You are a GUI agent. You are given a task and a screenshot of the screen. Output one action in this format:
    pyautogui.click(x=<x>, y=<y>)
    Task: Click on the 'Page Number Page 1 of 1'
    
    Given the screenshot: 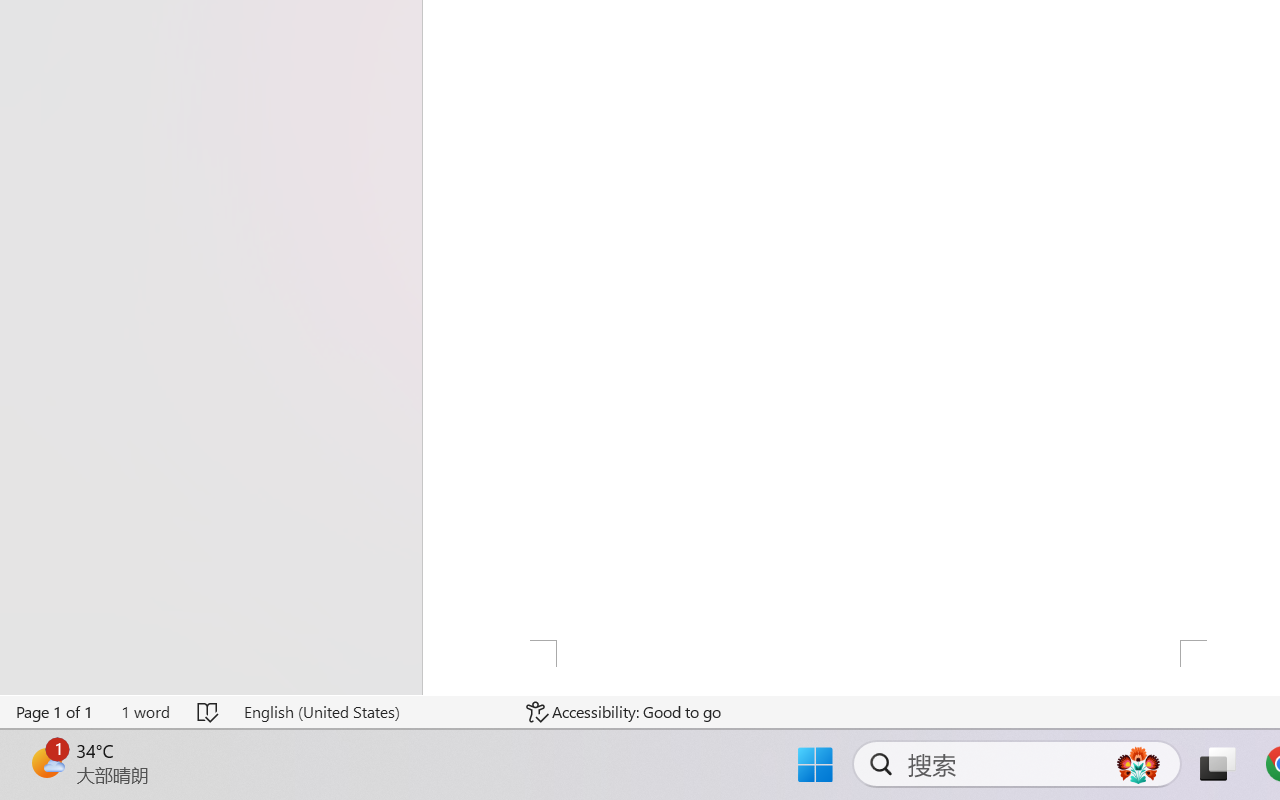 What is the action you would take?
    pyautogui.click(x=55, y=711)
    